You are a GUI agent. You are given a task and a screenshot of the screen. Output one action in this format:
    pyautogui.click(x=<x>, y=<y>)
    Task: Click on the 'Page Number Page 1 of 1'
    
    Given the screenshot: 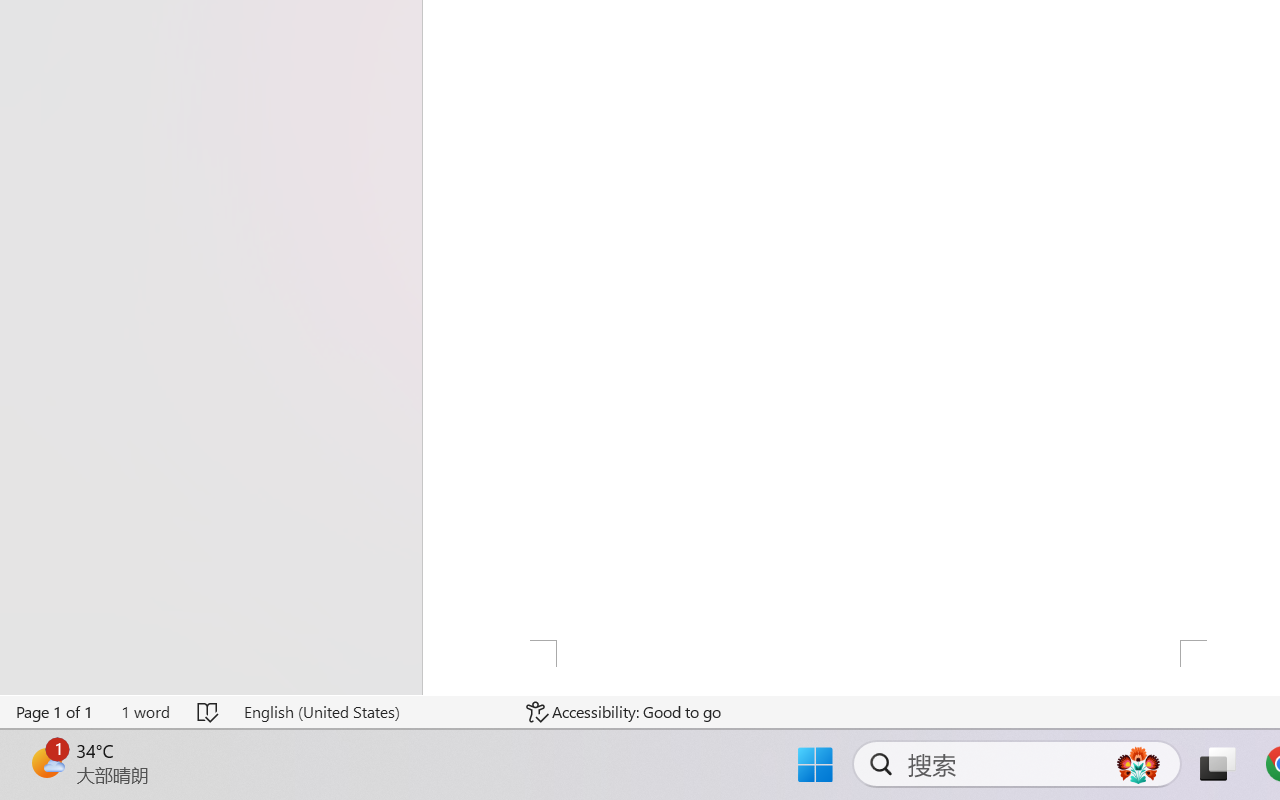 What is the action you would take?
    pyautogui.click(x=55, y=711)
    